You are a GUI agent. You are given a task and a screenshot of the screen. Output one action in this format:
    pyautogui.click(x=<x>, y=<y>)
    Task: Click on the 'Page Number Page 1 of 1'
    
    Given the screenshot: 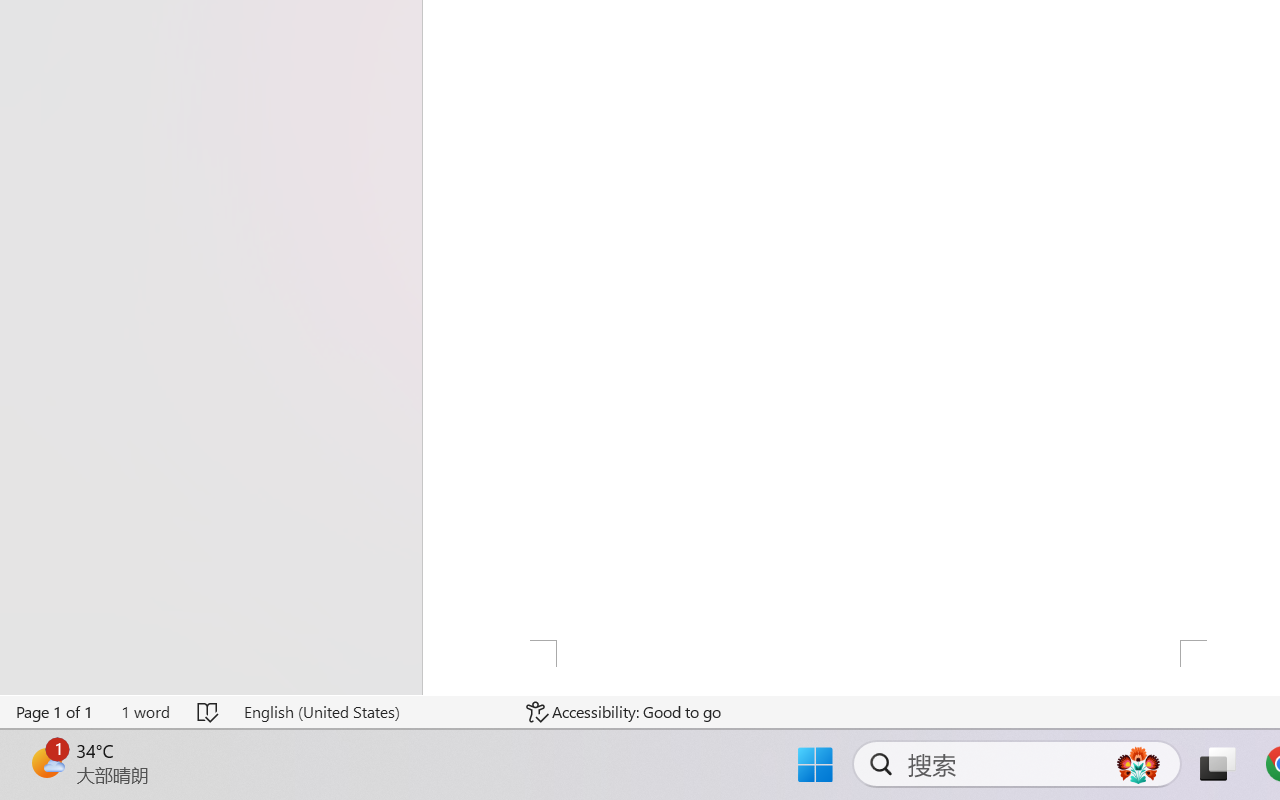 What is the action you would take?
    pyautogui.click(x=55, y=711)
    